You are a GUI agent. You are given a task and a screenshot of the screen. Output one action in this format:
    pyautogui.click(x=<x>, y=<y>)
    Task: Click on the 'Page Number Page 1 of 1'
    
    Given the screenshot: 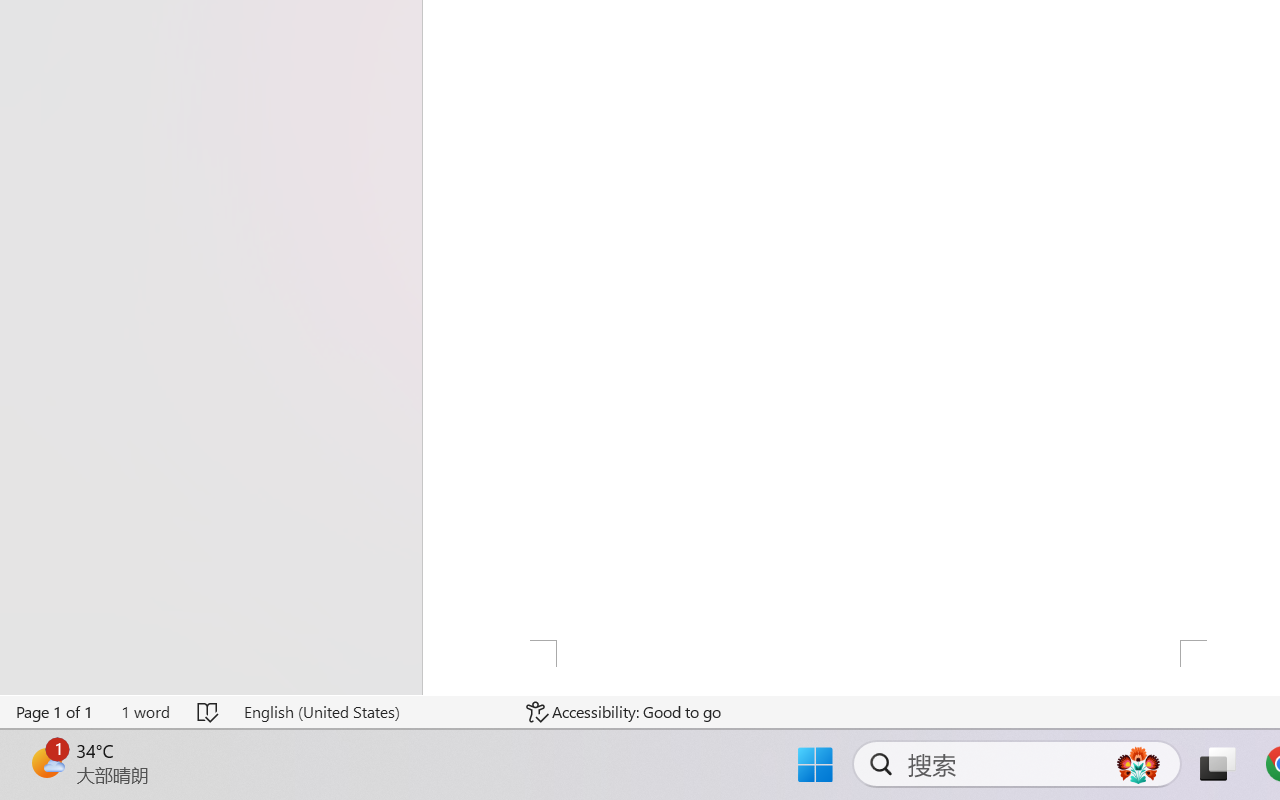 What is the action you would take?
    pyautogui.click(x=55, y=711)
    